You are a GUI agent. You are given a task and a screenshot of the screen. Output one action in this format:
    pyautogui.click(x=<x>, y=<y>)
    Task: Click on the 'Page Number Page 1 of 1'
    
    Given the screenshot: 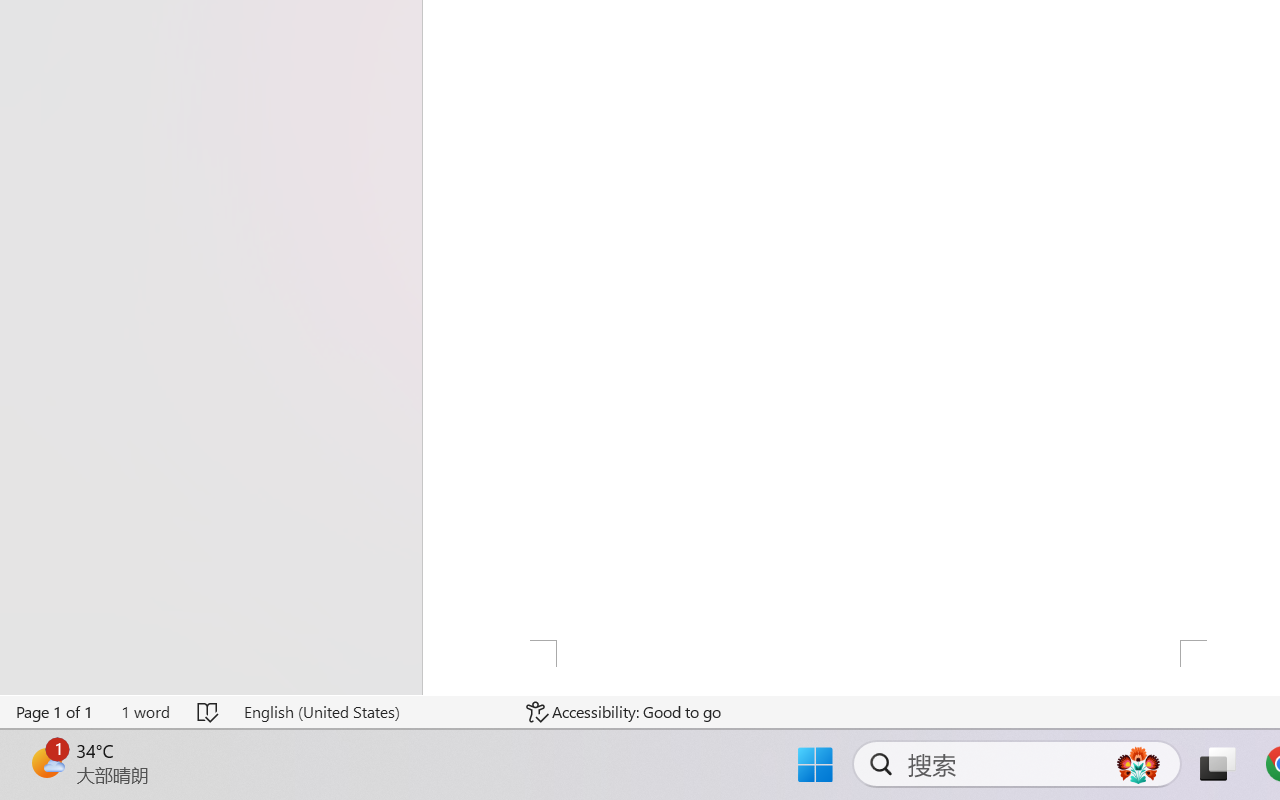 What is the action you would take?
    pyautogui.click(x=55, y=711)
    